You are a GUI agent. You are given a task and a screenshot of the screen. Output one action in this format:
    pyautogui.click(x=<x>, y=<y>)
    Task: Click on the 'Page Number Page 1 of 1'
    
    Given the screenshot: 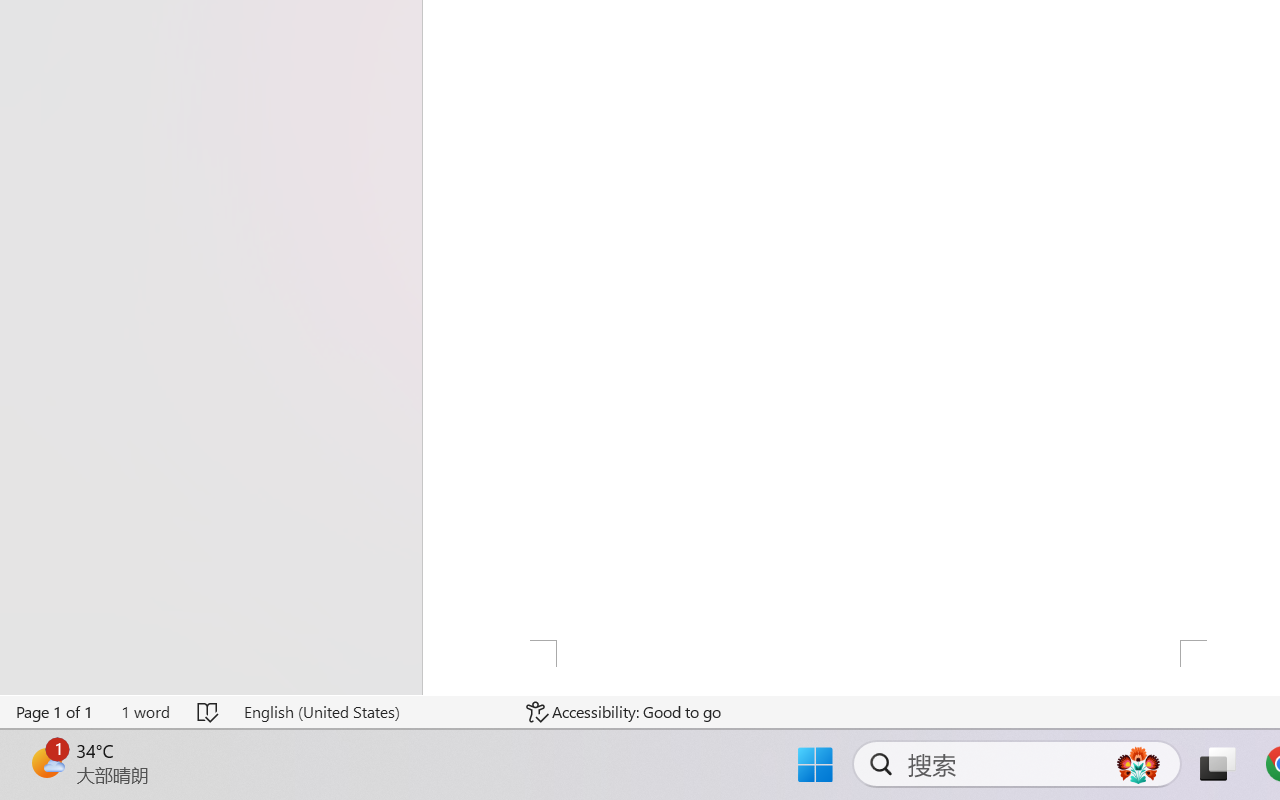 What is the action you would take?
    pyautogui.click(x=55, y=711)
    